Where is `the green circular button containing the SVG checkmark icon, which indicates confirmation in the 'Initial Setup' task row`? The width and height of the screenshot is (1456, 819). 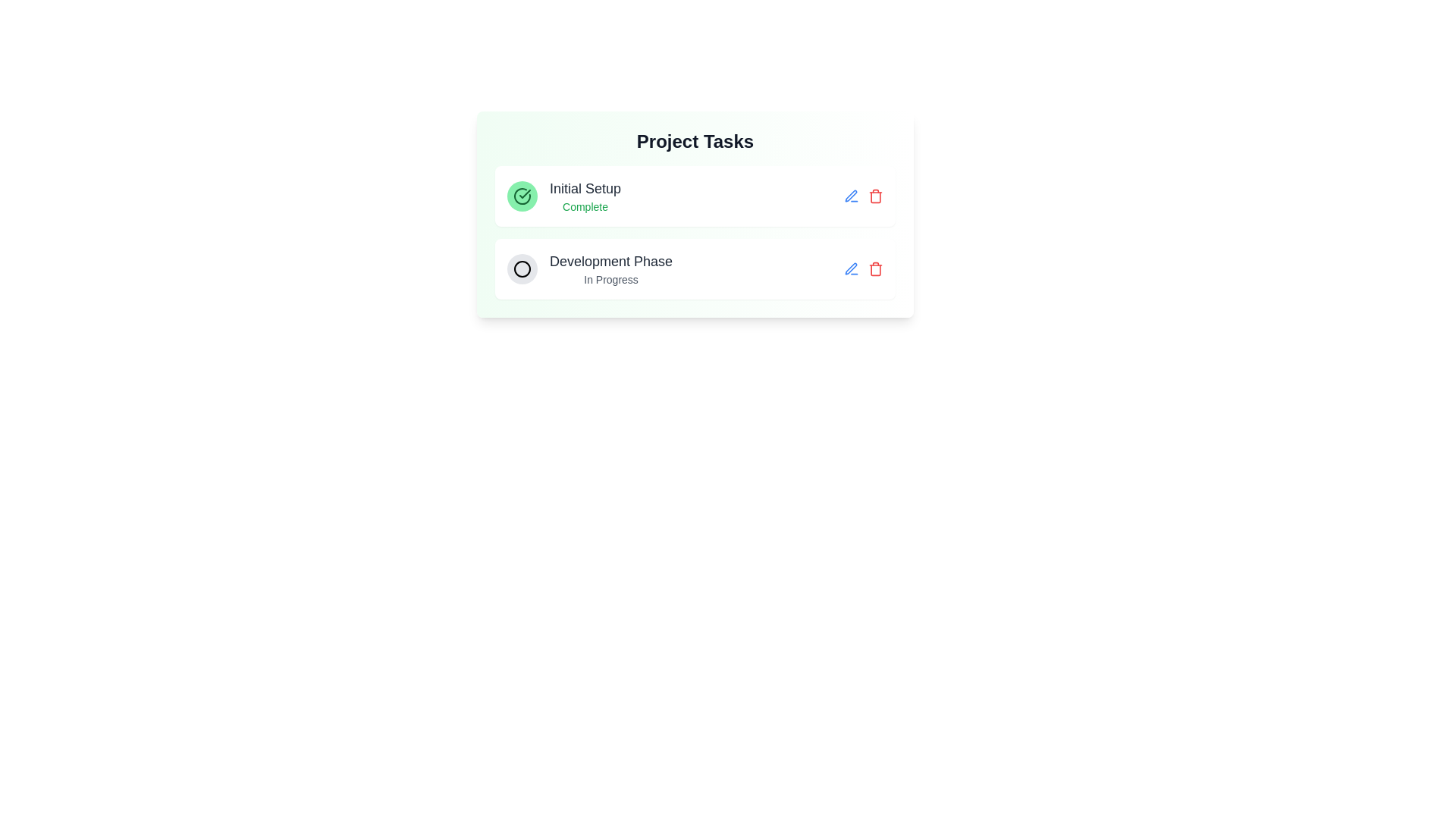
the green circular button containing the SVG checkmark icon, which indicates confirmation in the 'Initial Setup' task row is located at coordinates (522, 195).